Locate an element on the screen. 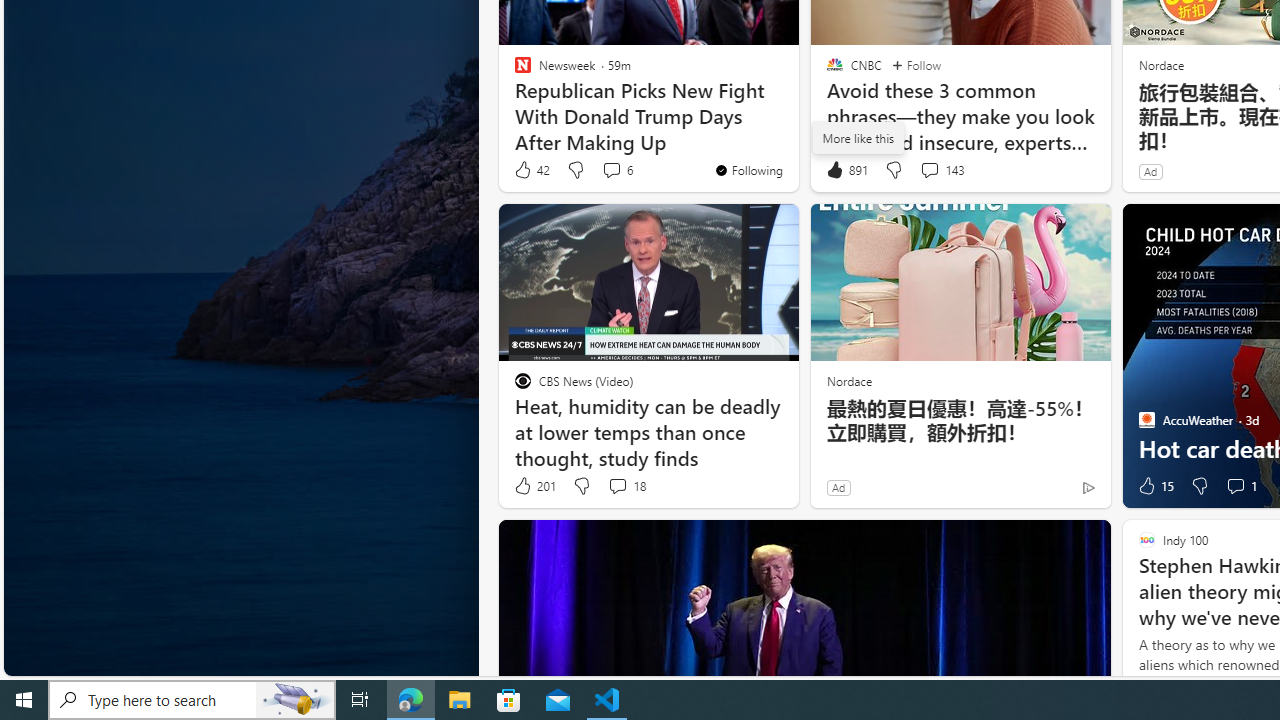 This screenshot has height=720, width=1280. 'View comments 18 Comment' is located at coordinates (616, 486).